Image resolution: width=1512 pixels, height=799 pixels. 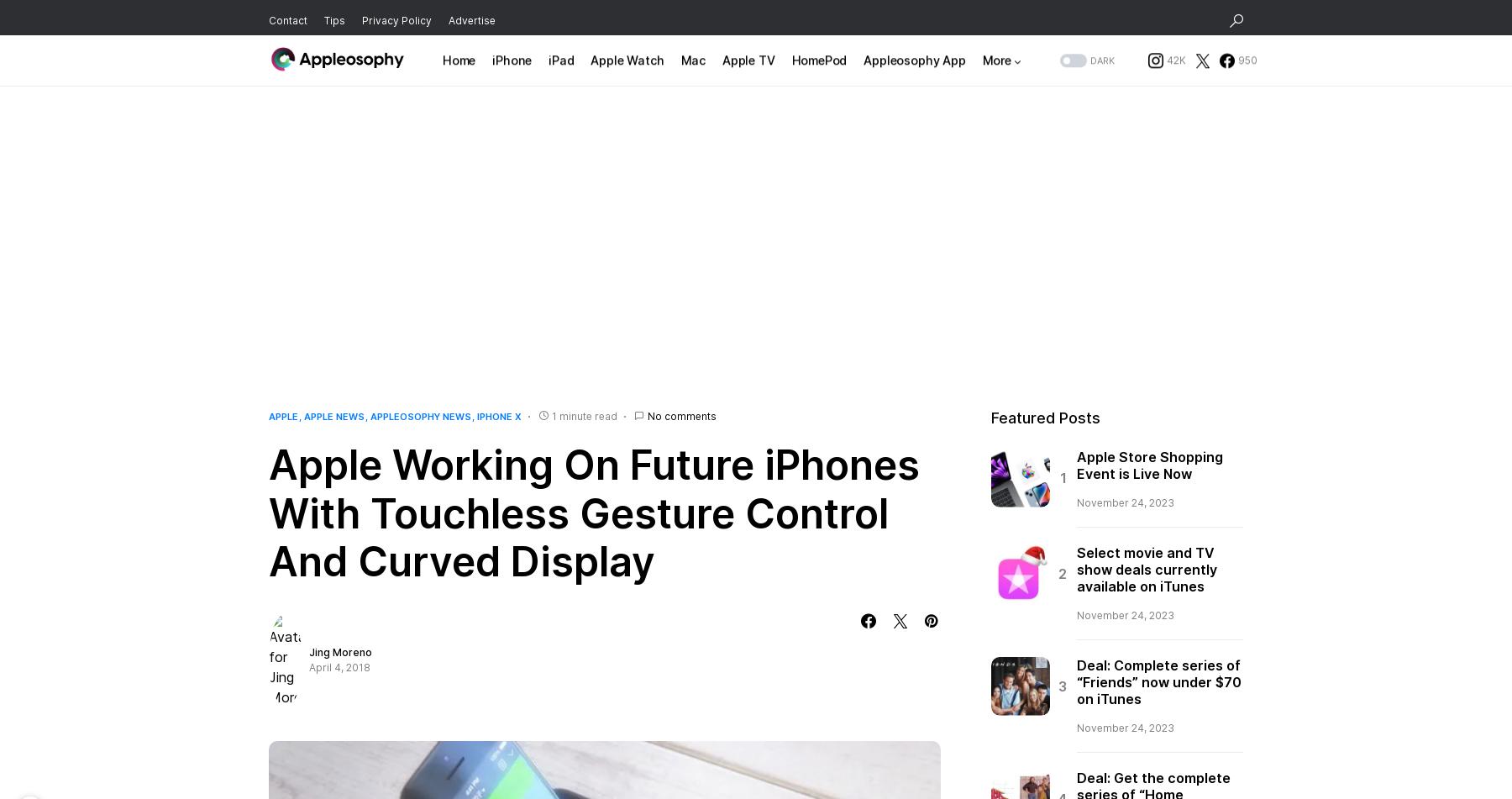 I want to click on 'Mac', so click(x=692, y=66).